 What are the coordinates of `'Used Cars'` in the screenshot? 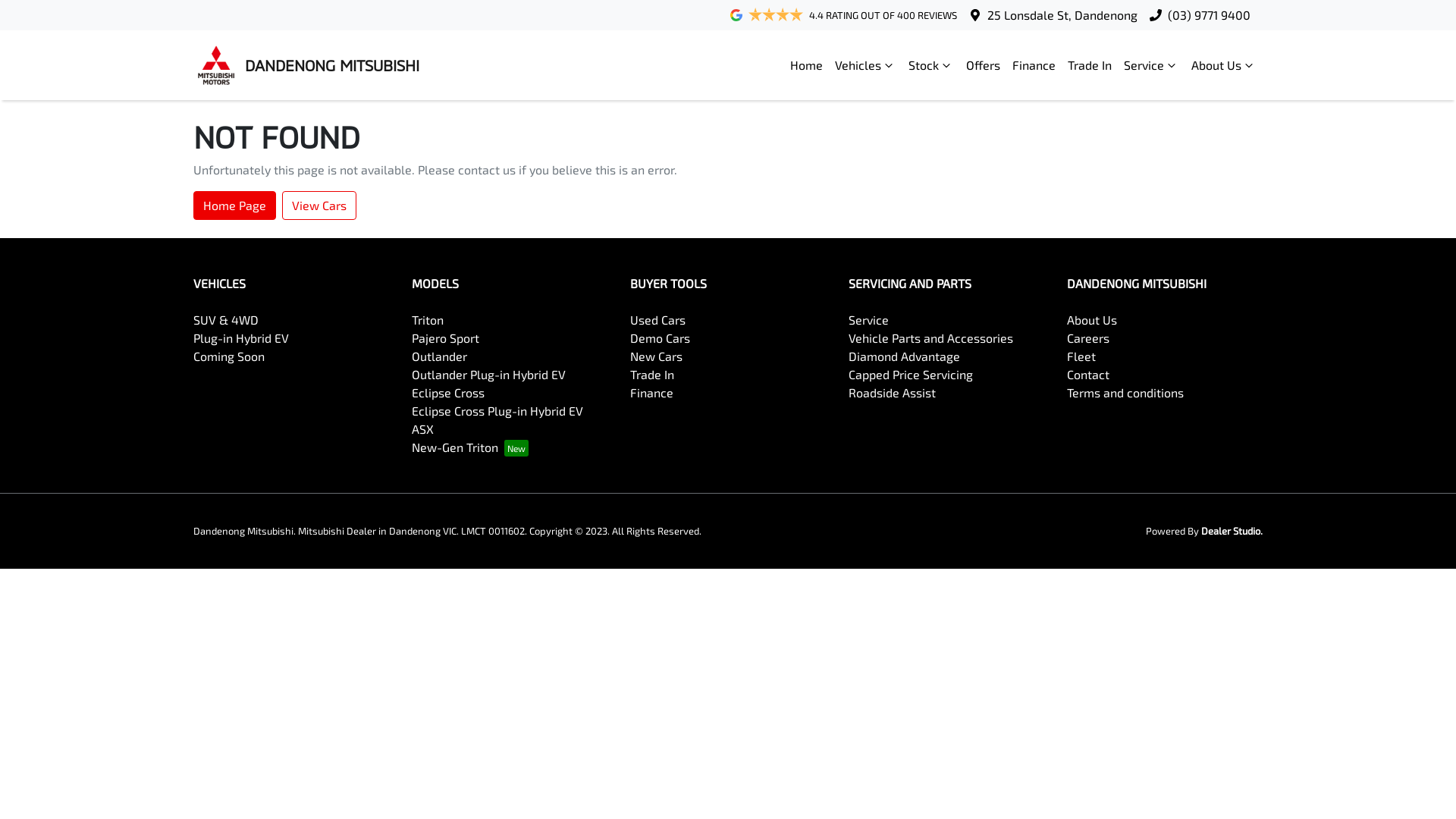 It's located at (629, 318).